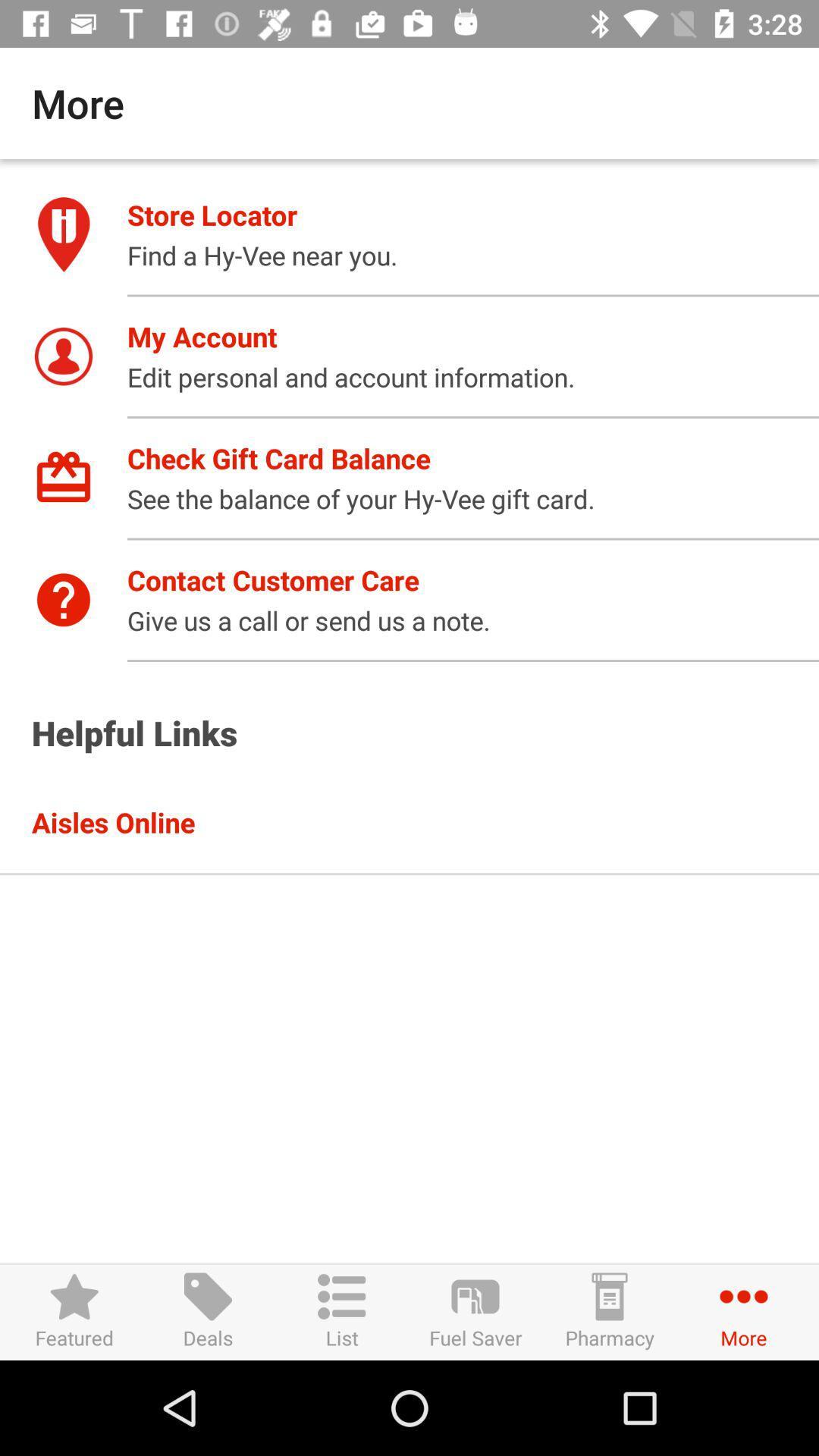 The height and width of the screenshot is (1456, 819). Describe the element at coordinates (608, 1311) in the screenshot. I see `item next to fuel saver icon` at that location.